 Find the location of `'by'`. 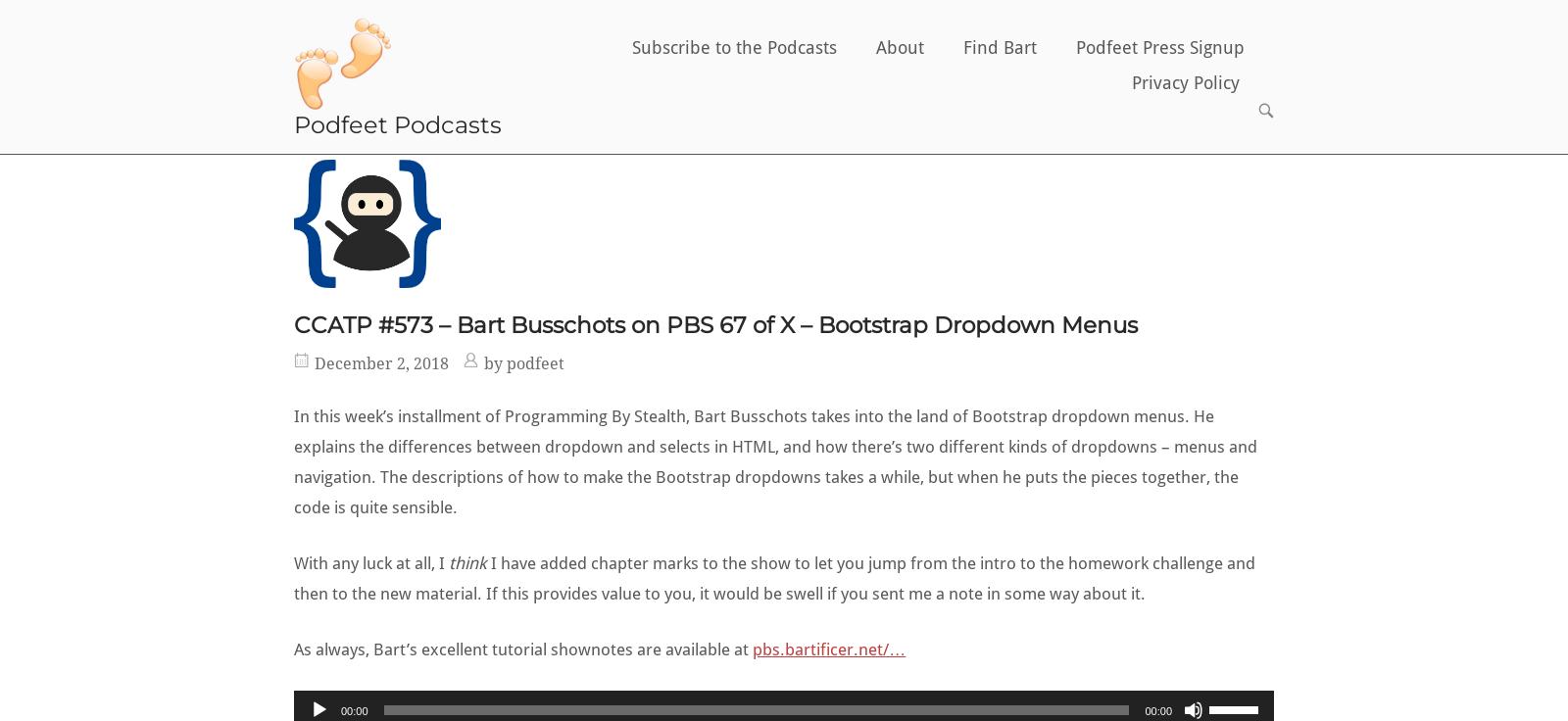

'by' is located at coordinates (494, 362).